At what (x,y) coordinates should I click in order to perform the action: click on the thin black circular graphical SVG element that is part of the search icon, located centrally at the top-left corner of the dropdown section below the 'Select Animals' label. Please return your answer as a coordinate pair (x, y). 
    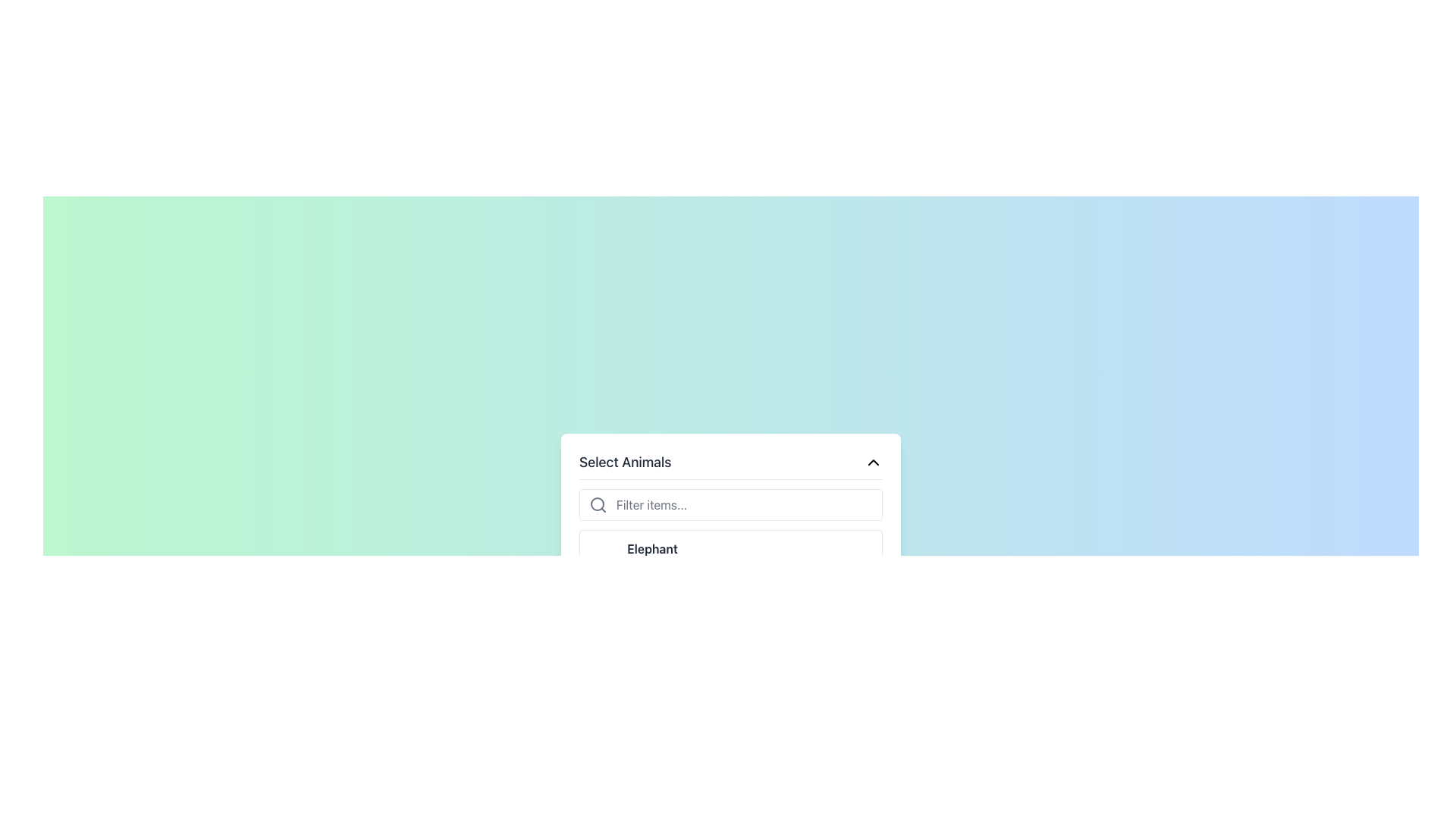
    Looking at the image, I should click on (596, 504).